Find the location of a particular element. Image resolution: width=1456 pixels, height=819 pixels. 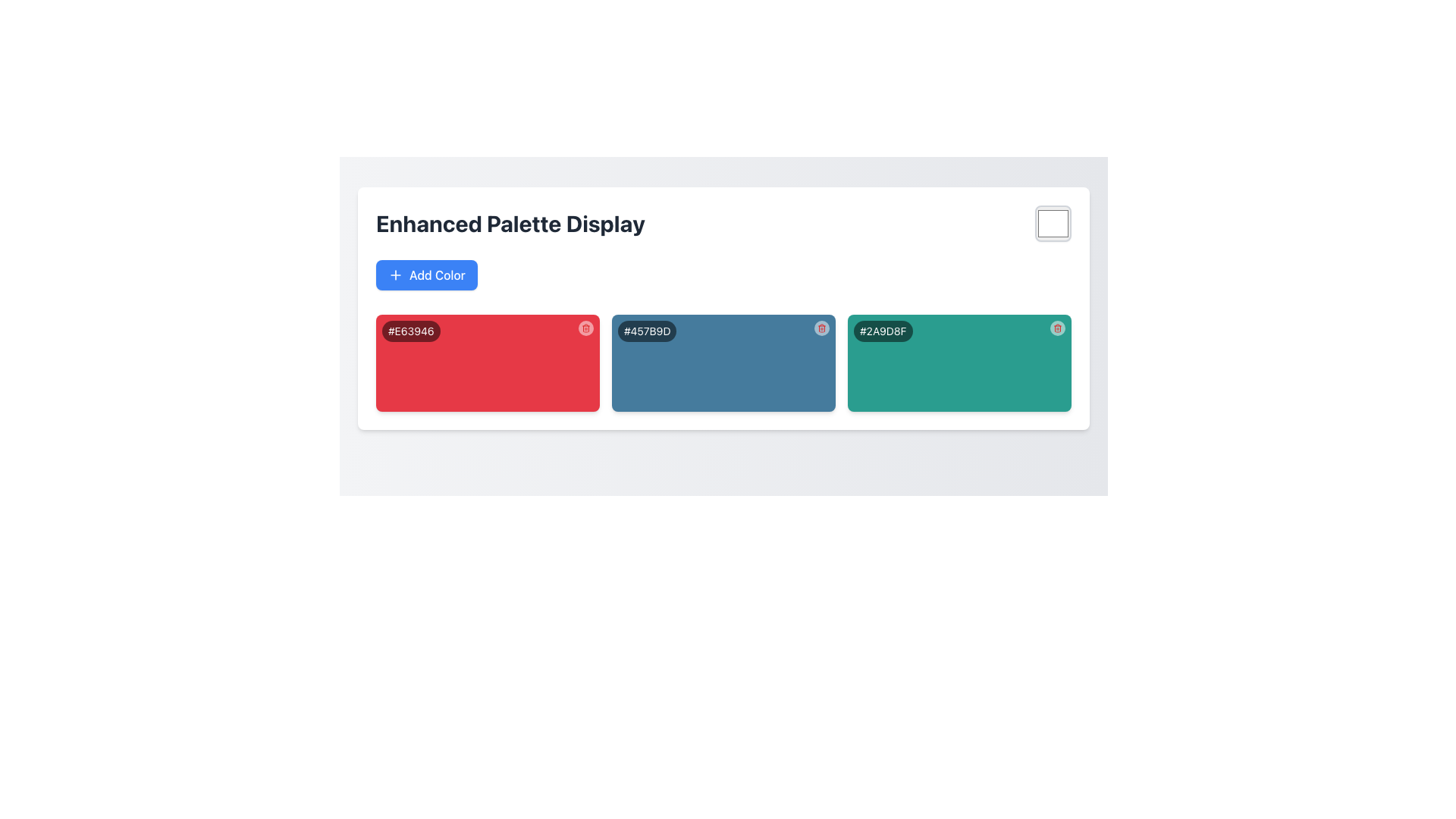

the red circular button with a trash can symbol located in the top-right corner of the green card labeled '#2A9D8F' is located at coordinates (1057, 327).